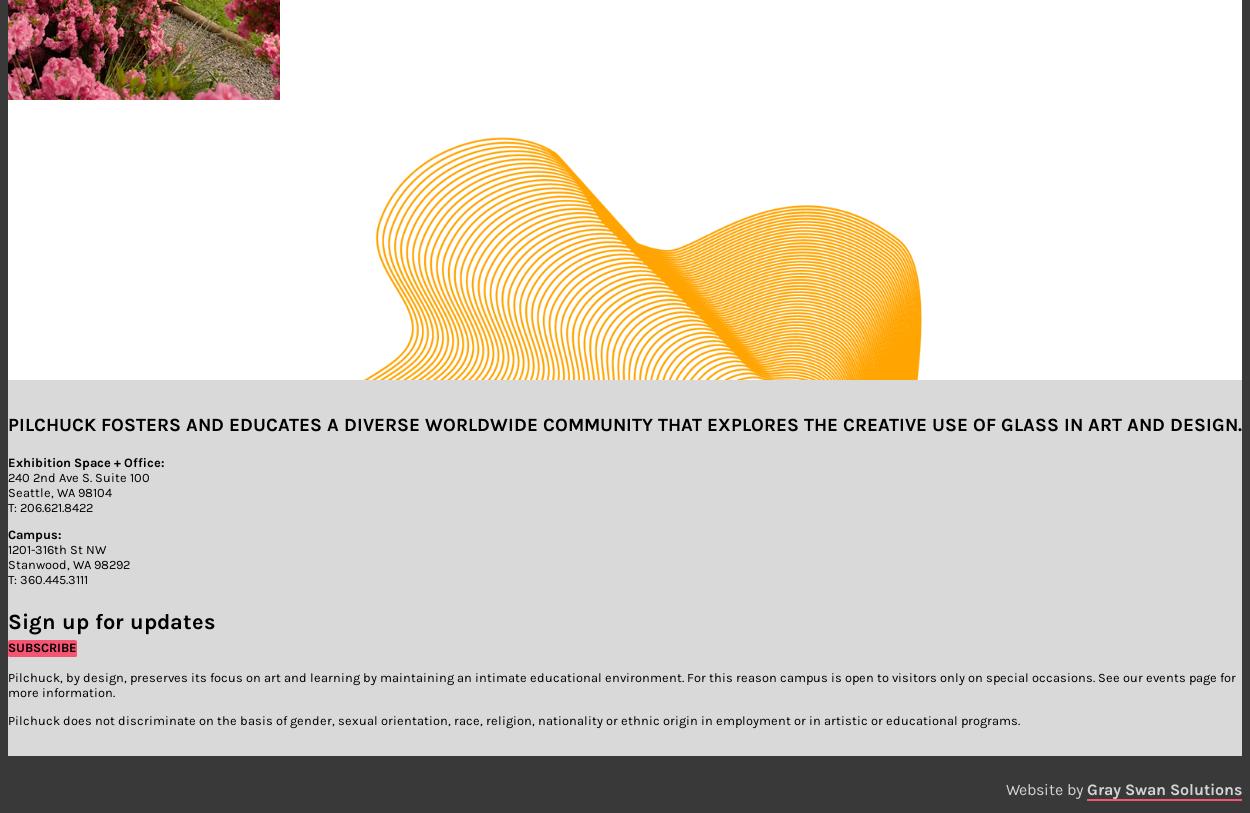 The image size is (1250, 813). What do you see at coordinates (57, 549) in the screenshot?
I see `'1201-316th St NW'` at bounding box center [57, 549].